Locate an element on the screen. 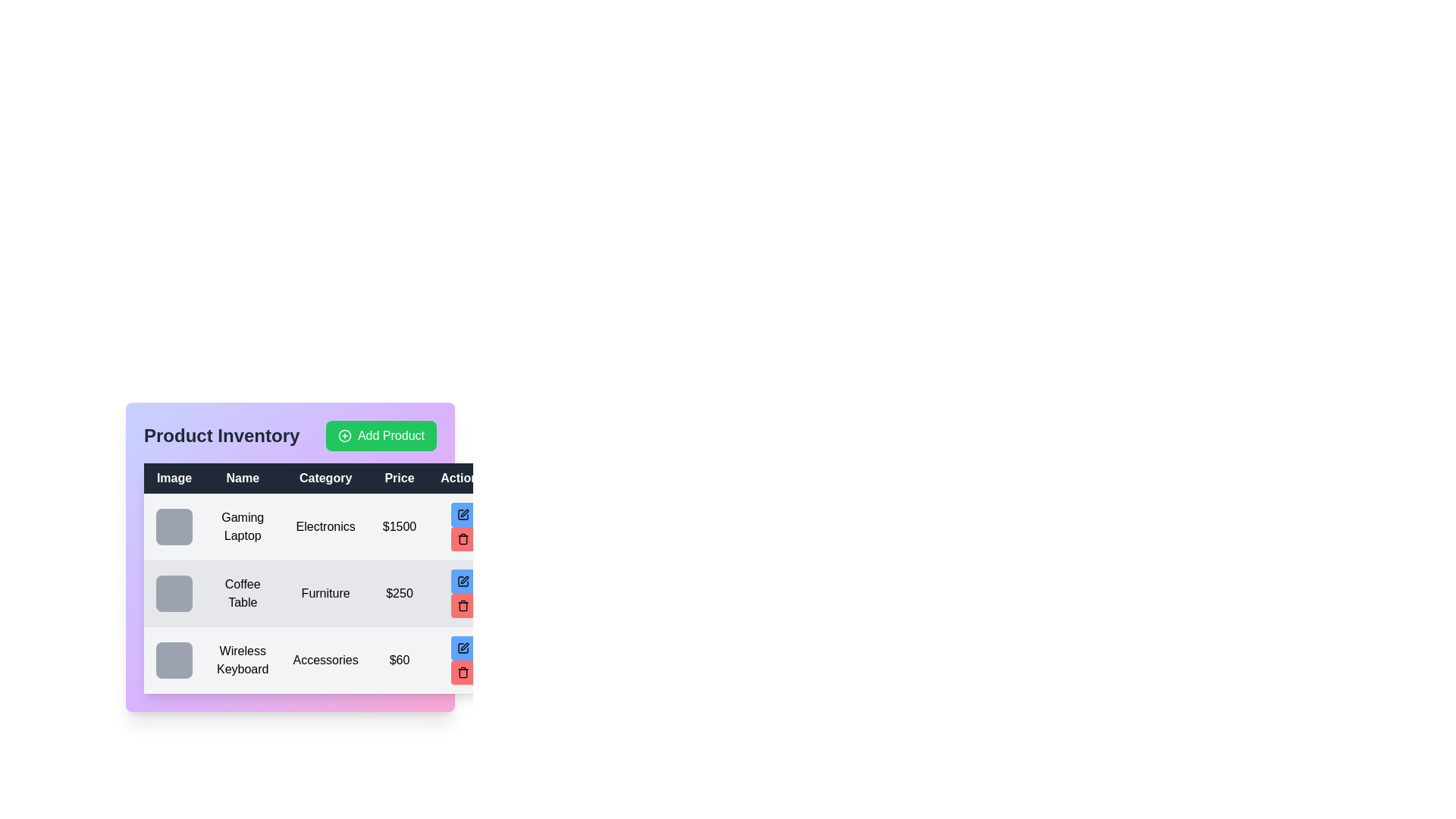  the edit icon in the 'Actions' column of the second row of the product inventory table to initiate editing for the product is located at coordinates (463, 579).